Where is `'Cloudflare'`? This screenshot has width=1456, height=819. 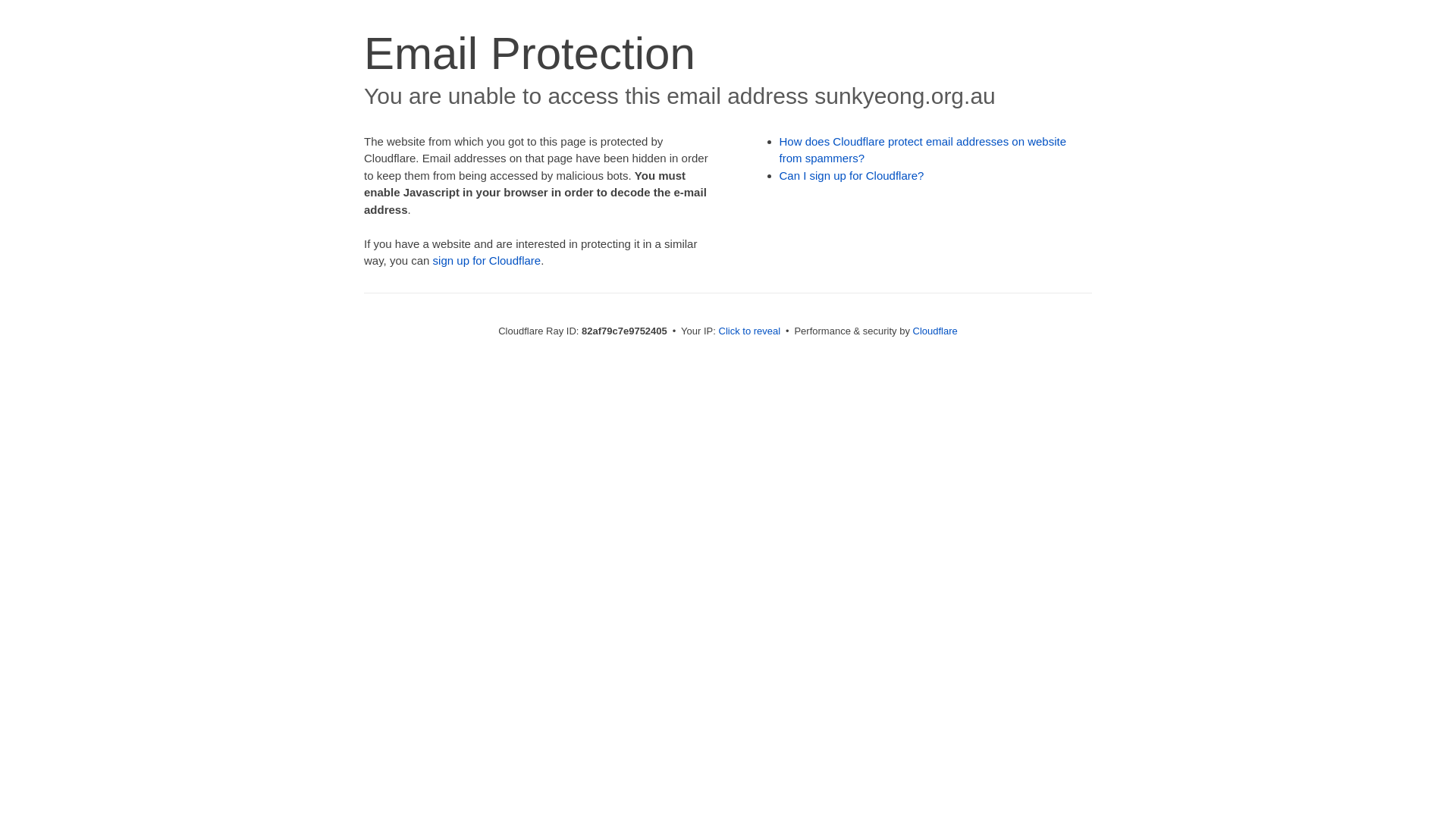
'Cloudflare' is located at coordinates (934, 330).